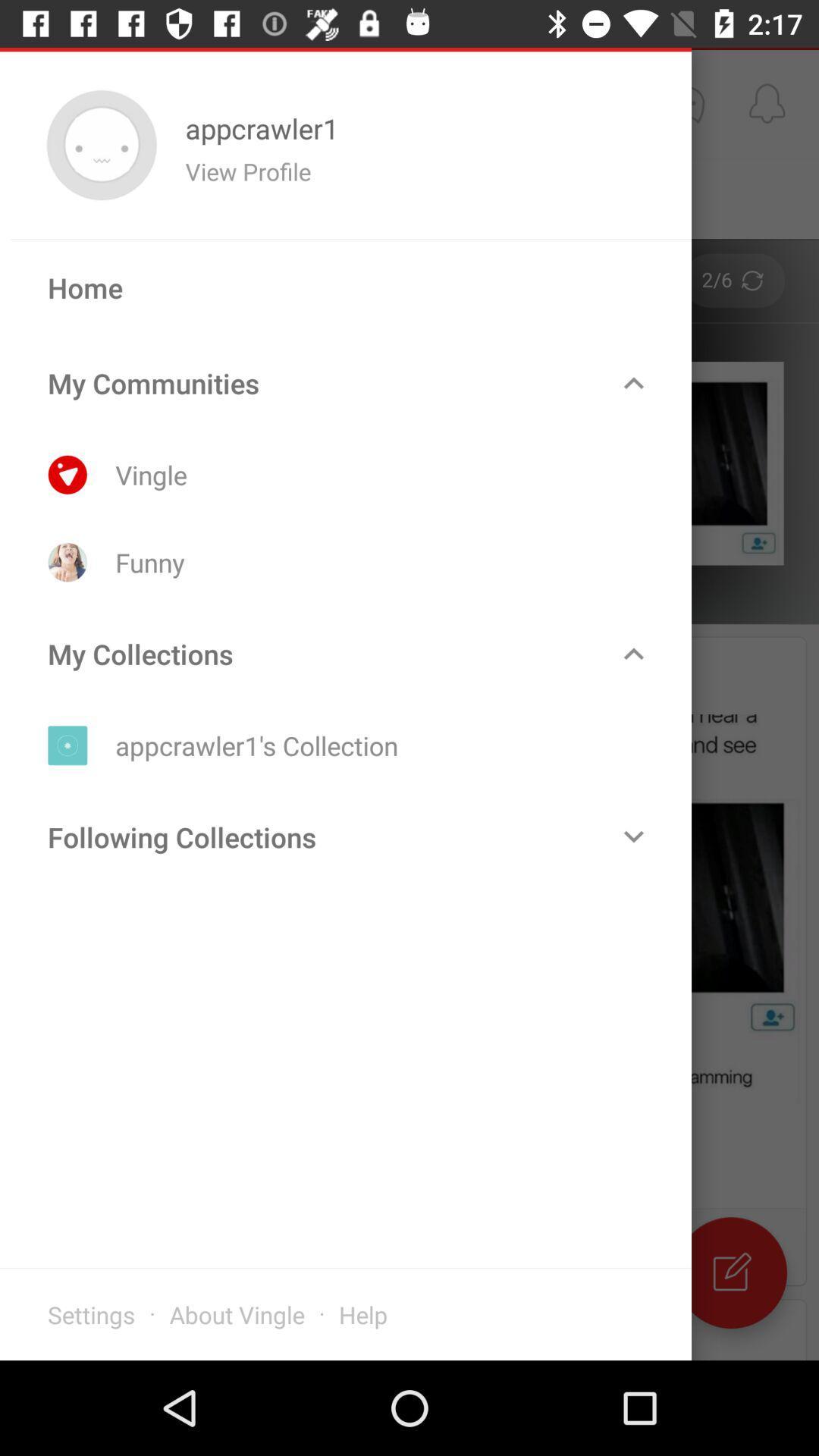  I want to click on the notifications icon, so click(767, 102).